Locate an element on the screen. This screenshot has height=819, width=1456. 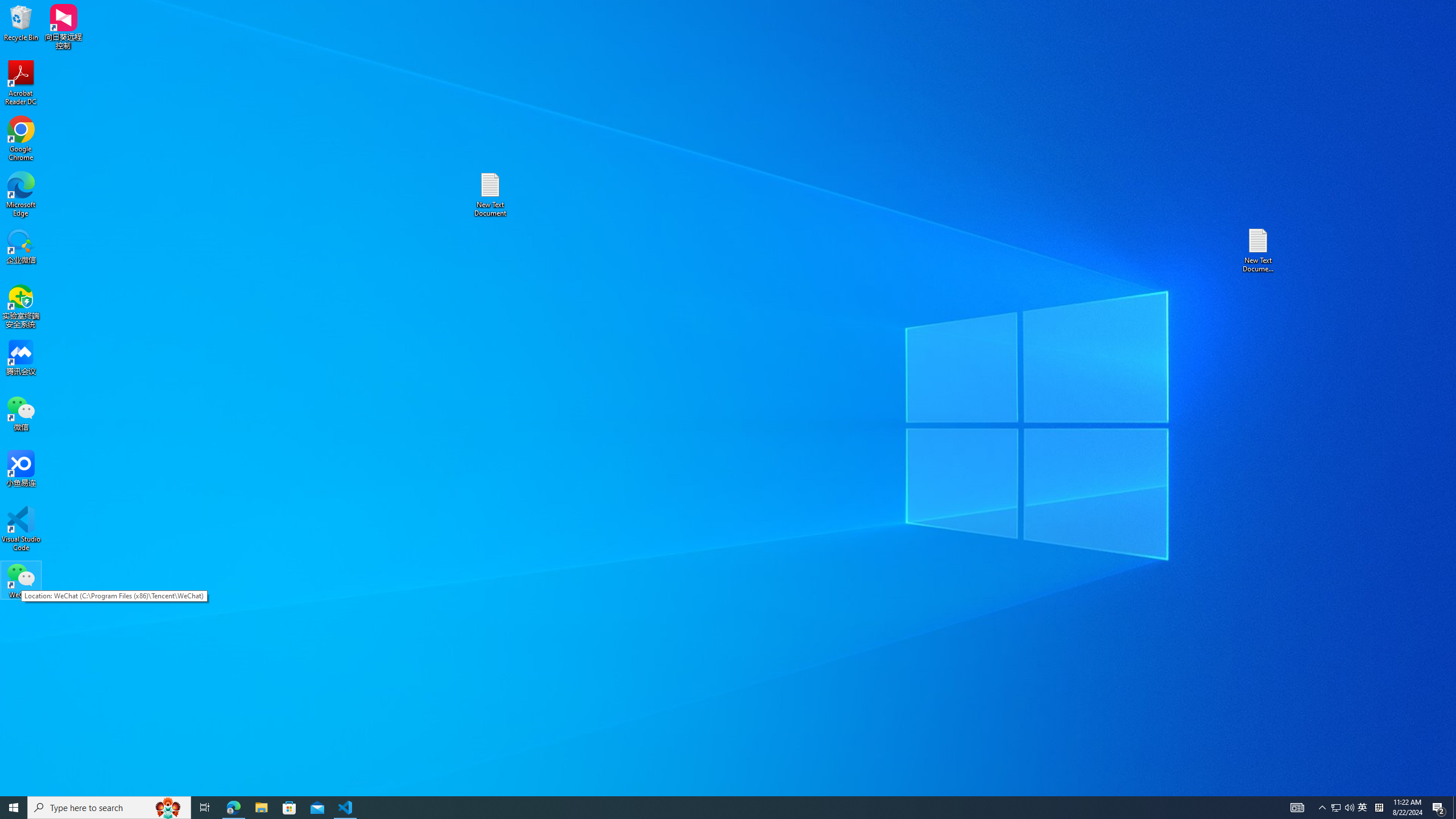
'AutomationID: 4105' is located at coordinates (1296, 806).